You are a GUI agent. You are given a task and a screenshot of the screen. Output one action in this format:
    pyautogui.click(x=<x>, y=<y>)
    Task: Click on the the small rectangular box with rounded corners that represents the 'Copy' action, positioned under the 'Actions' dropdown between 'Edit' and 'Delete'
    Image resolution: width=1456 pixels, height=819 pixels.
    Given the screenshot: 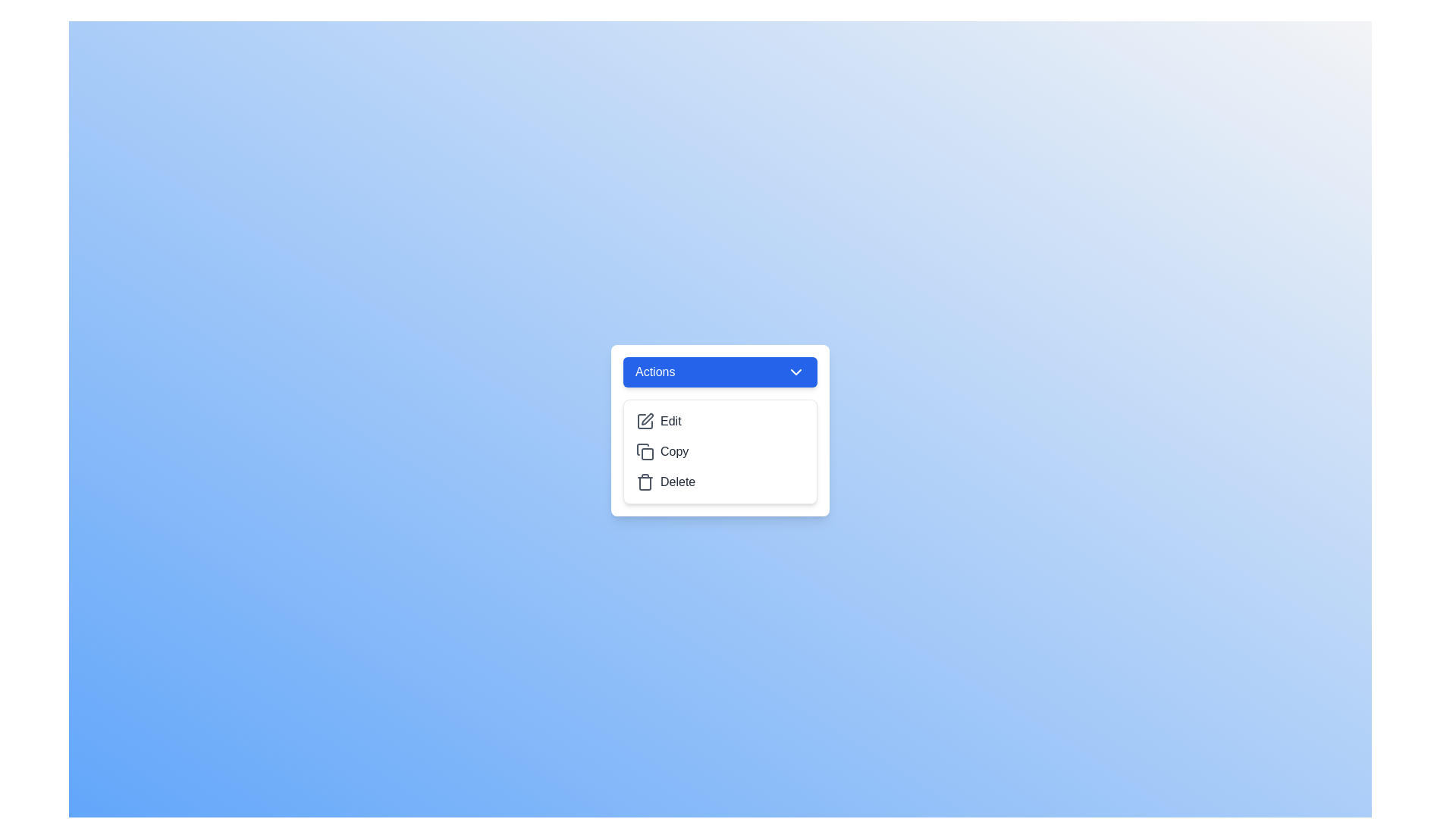 What is the action you would take?
    pyautogui.click(x=648, y=453)
    